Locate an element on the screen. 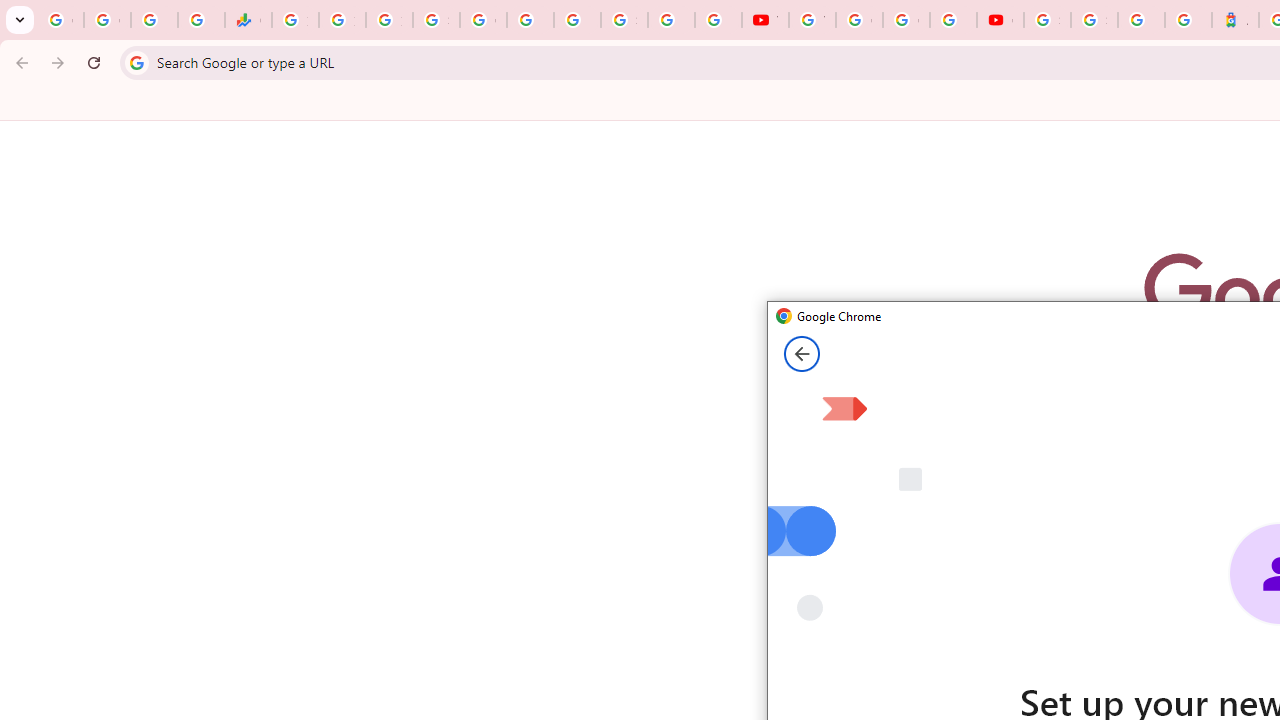  'Back from Set up your new Chrome profile page' is located at coordinates (801, 353).